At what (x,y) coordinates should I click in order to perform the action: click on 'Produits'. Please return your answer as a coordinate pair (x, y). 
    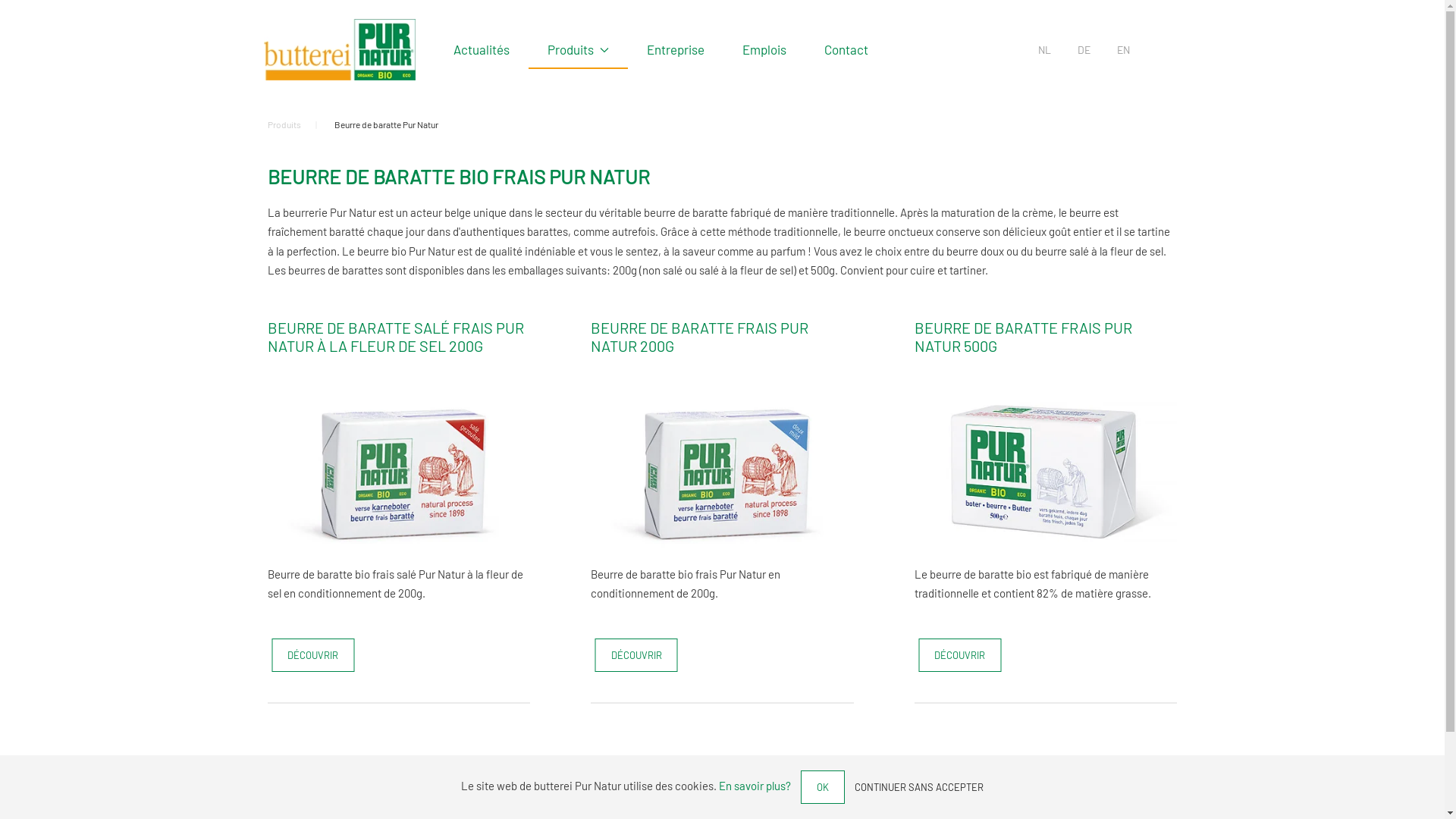
    Looking at the image, I should click on (266, 124).